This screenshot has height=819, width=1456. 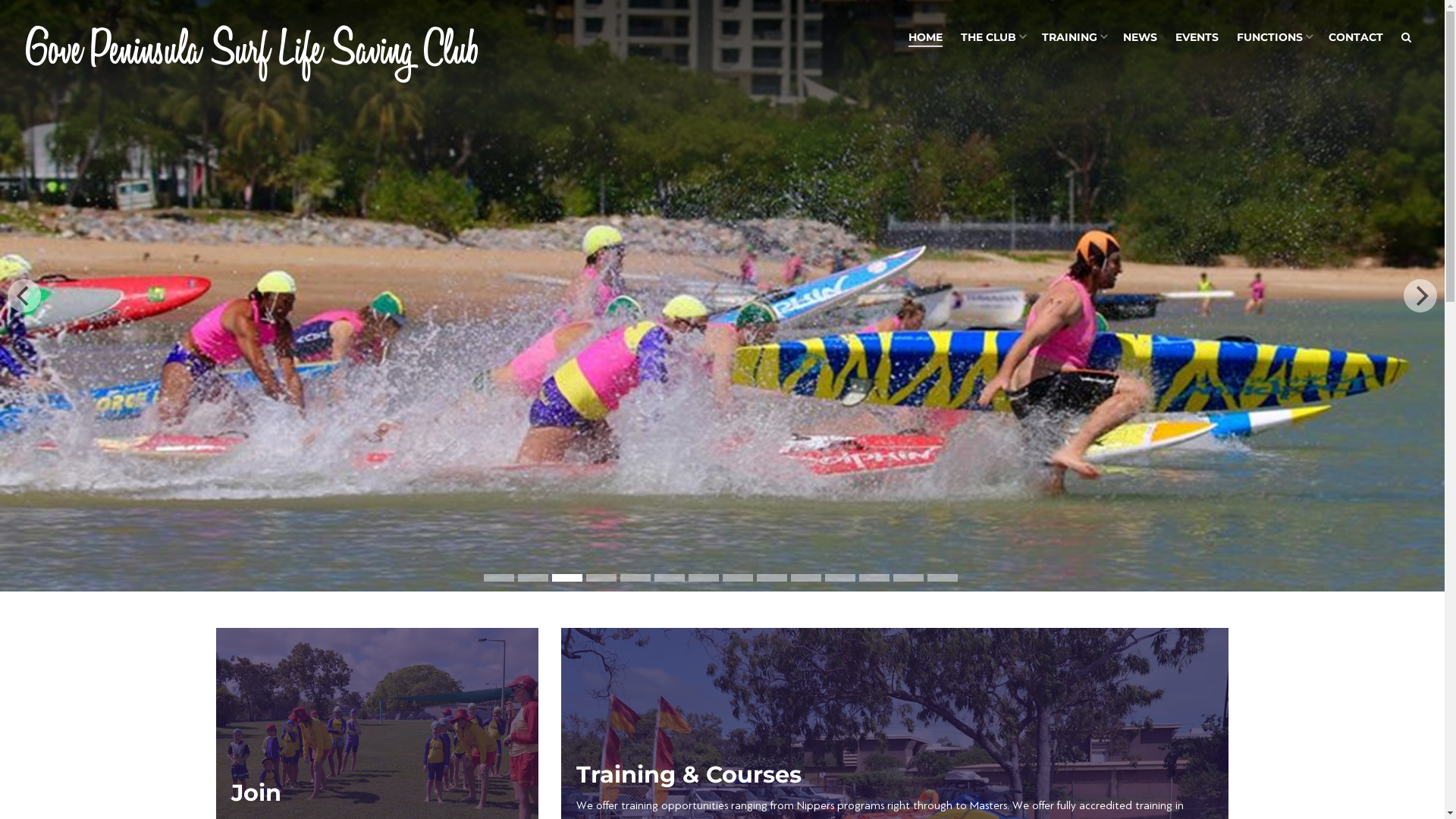 I want to click on 'Search', so click(x=1405, y=36).